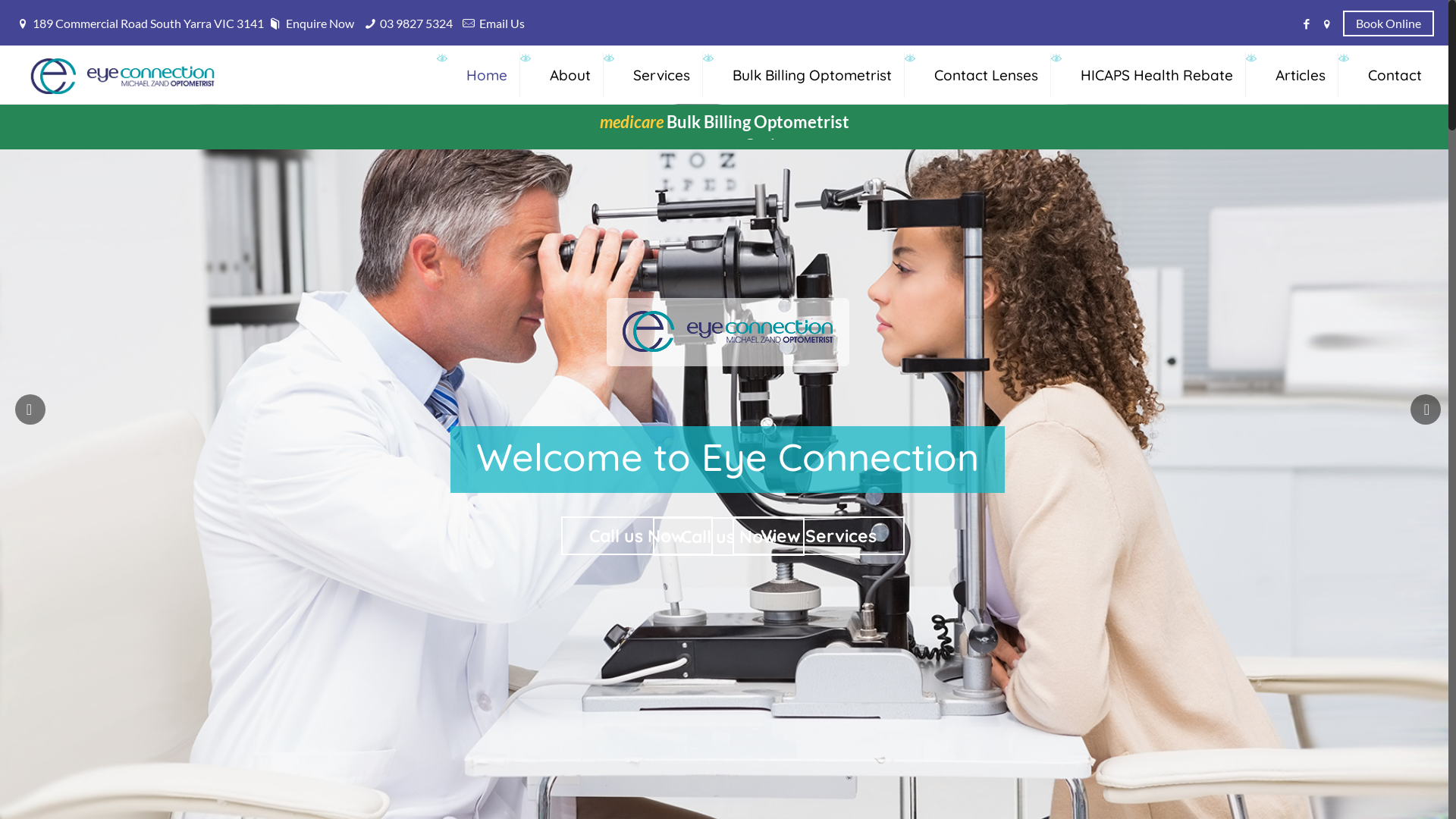  I want to click on 'Book Online', so click(1388, 22).